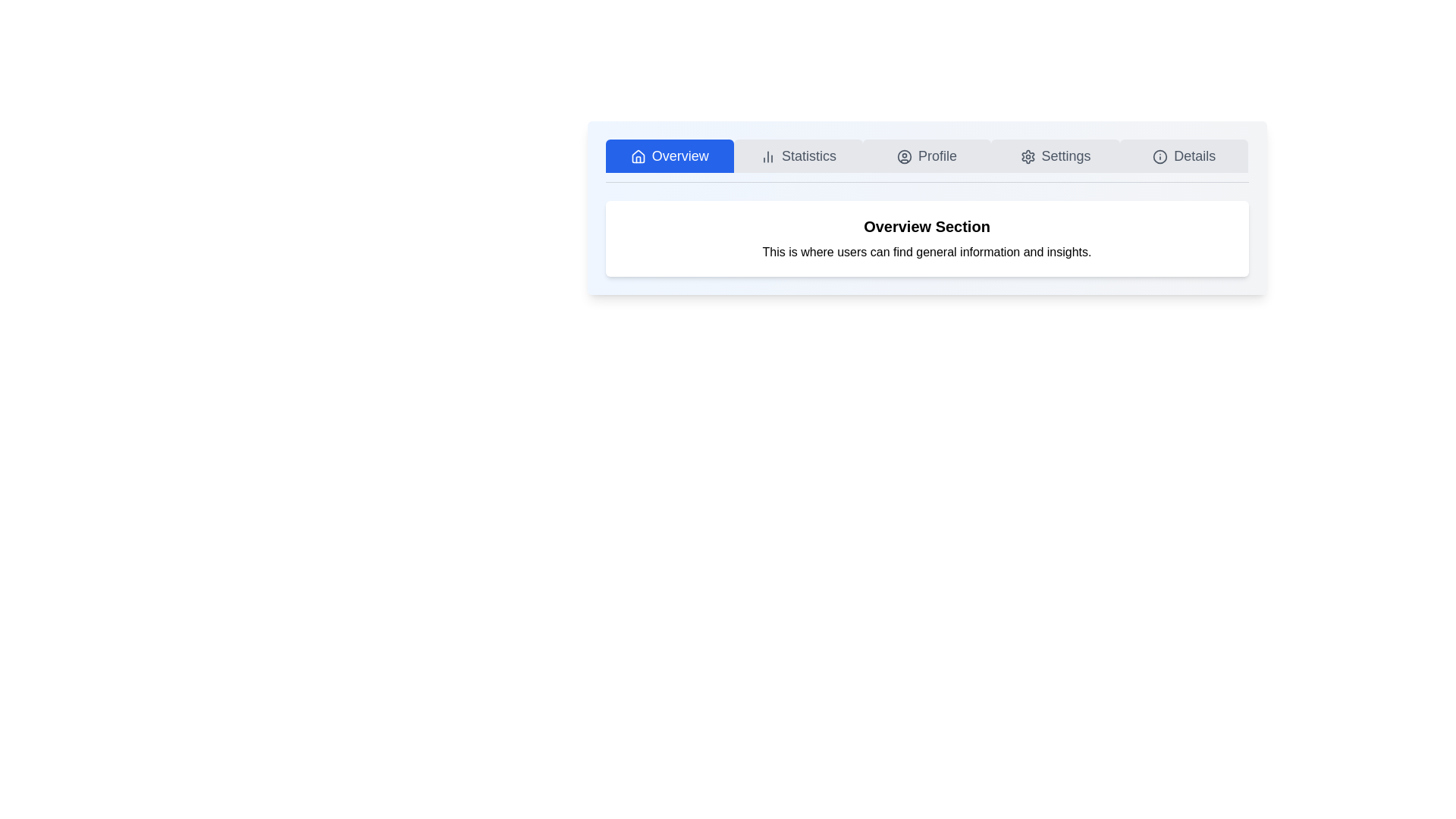  What do you see at coordinates (669, 155) in the screenshot?
I see `the 'Overview' button located at the top-center of the interface` at bounding box center [669, 155].